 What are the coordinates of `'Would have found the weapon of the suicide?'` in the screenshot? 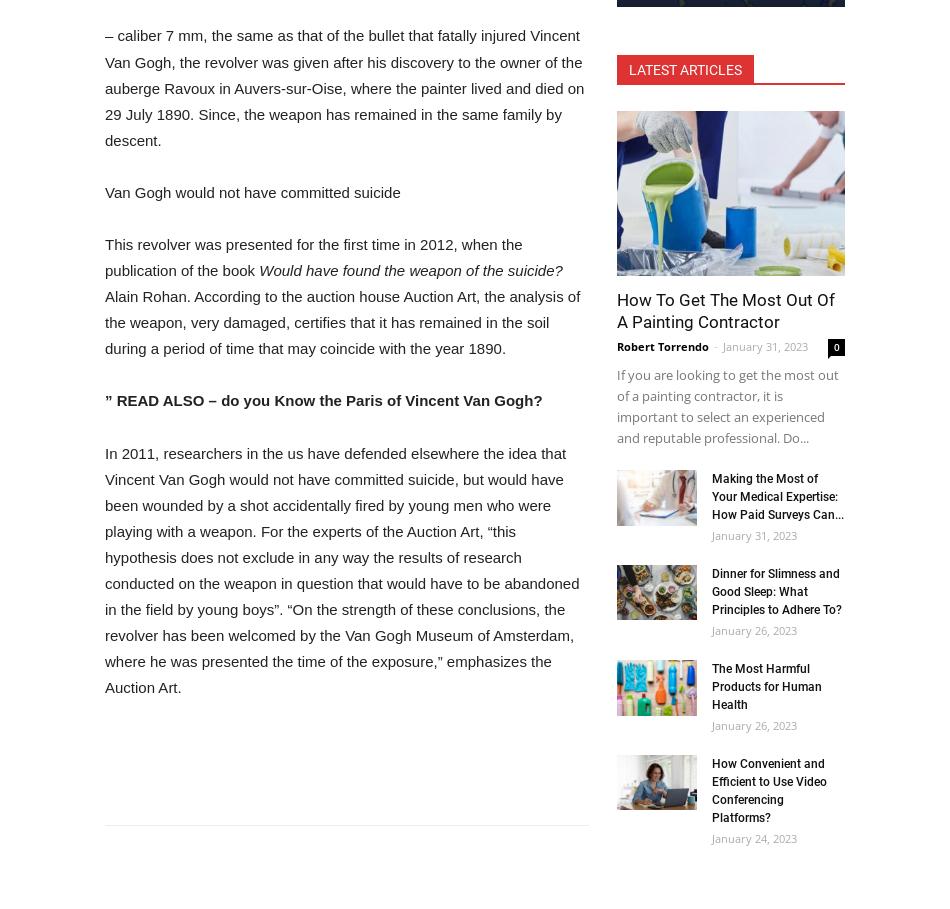 It's located at (409, 270).